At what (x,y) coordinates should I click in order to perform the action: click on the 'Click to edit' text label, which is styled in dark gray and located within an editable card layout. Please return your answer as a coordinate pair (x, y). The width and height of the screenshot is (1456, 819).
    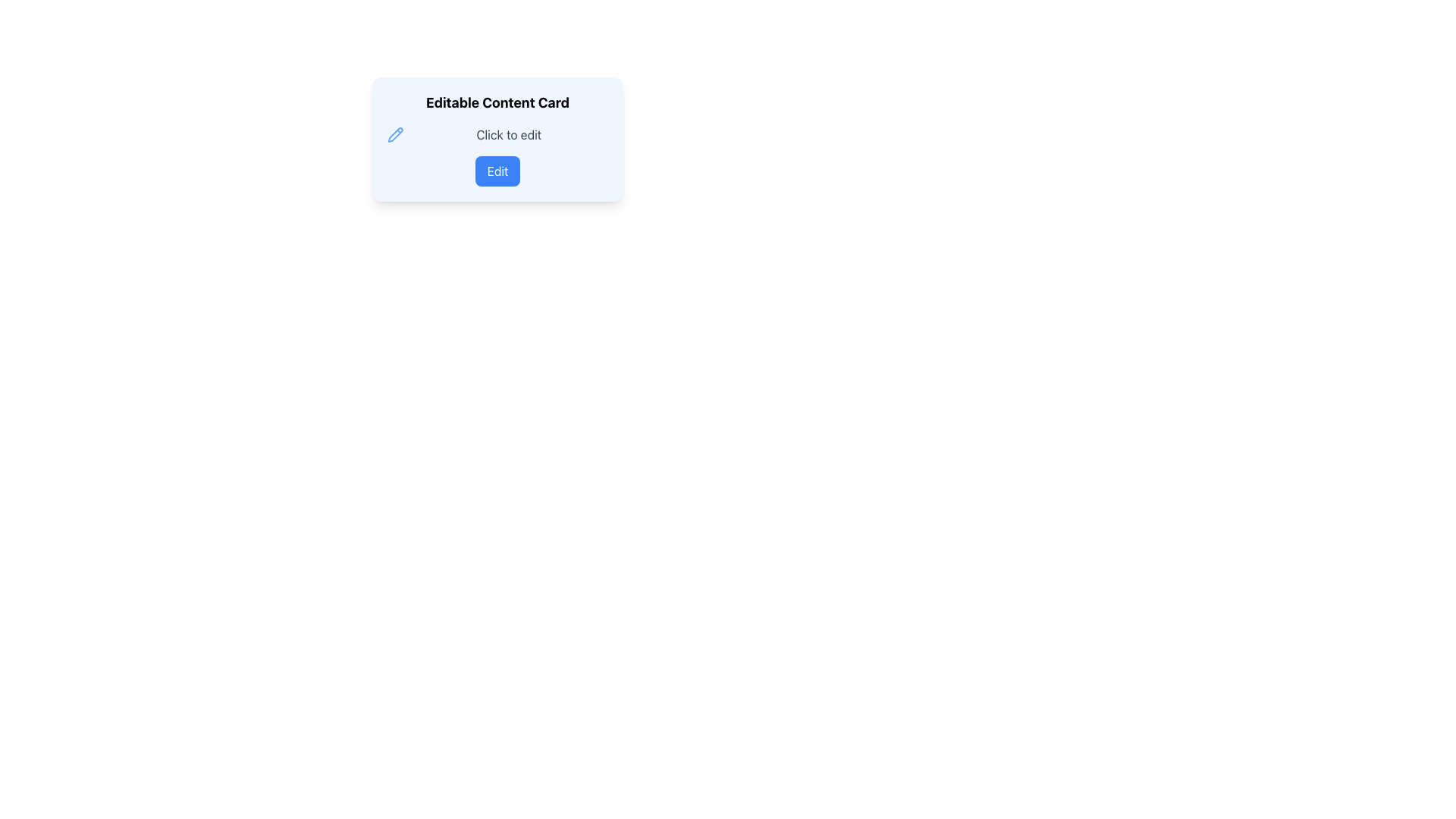
    Looking at the image, I should click on (509, 133).